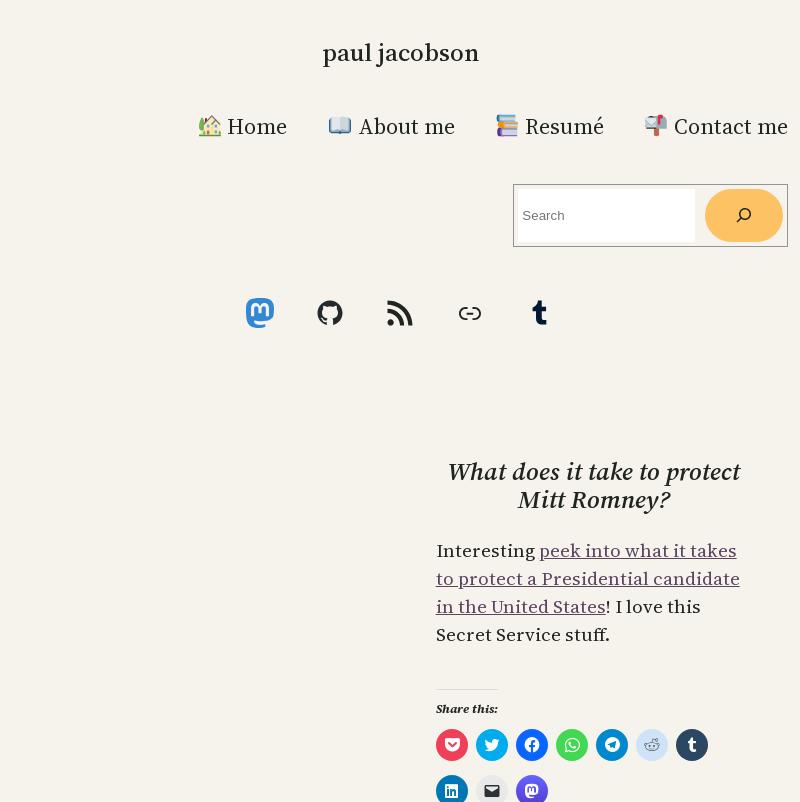 Image resolution: width=800 pixels, height=802 pixels. I want to click on '! I love this Secret Service stuff.', so click(567, 619).